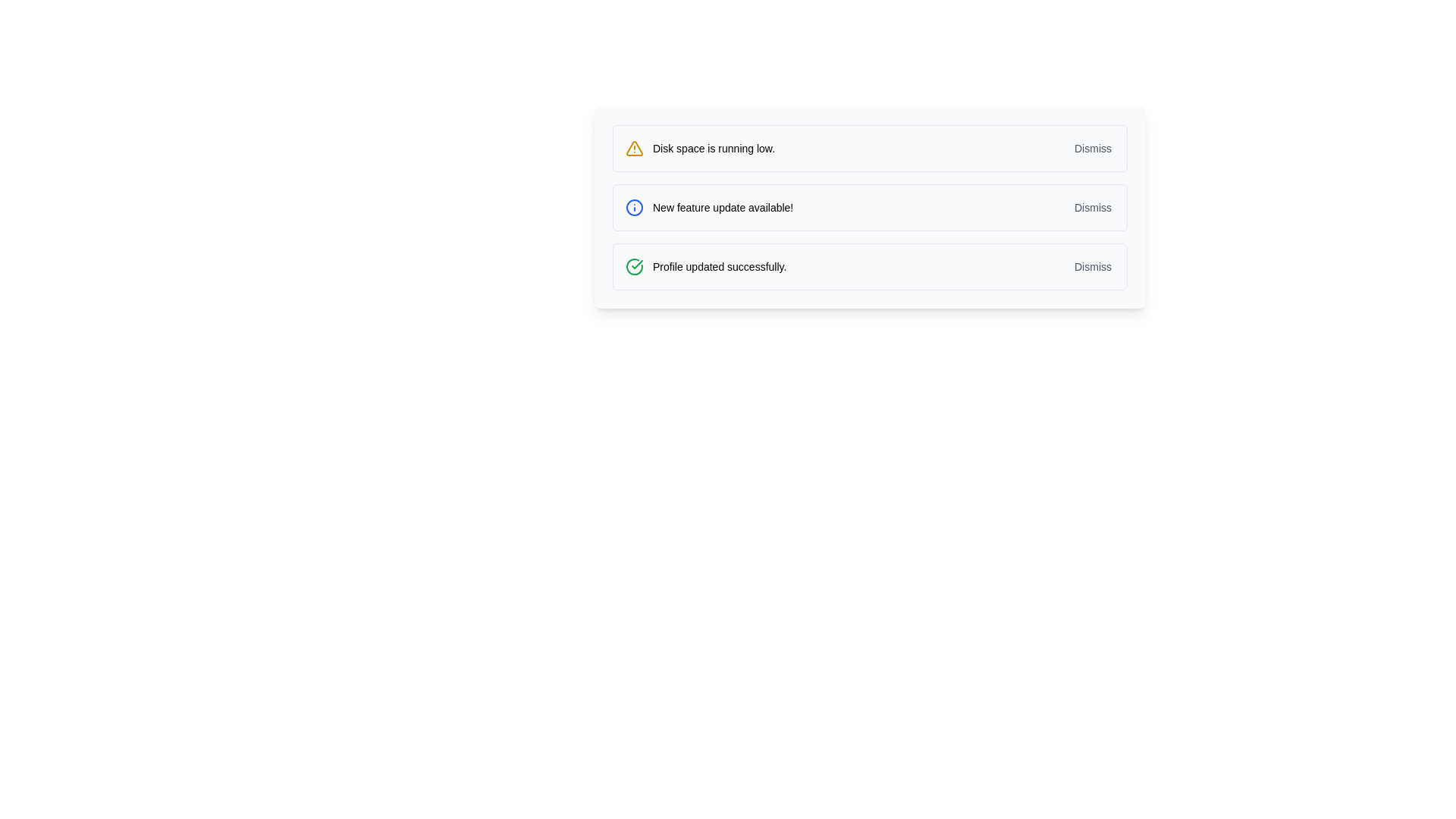 The image size is (1456, 819). What do you see at coordinates (719, 265) in the screenshot?
I see `message displayed in the text label that says 'Profile updated successfully.' which is situated in the third notification card from the top, adjacent to a green success icon` at bounding box center [719, 265].